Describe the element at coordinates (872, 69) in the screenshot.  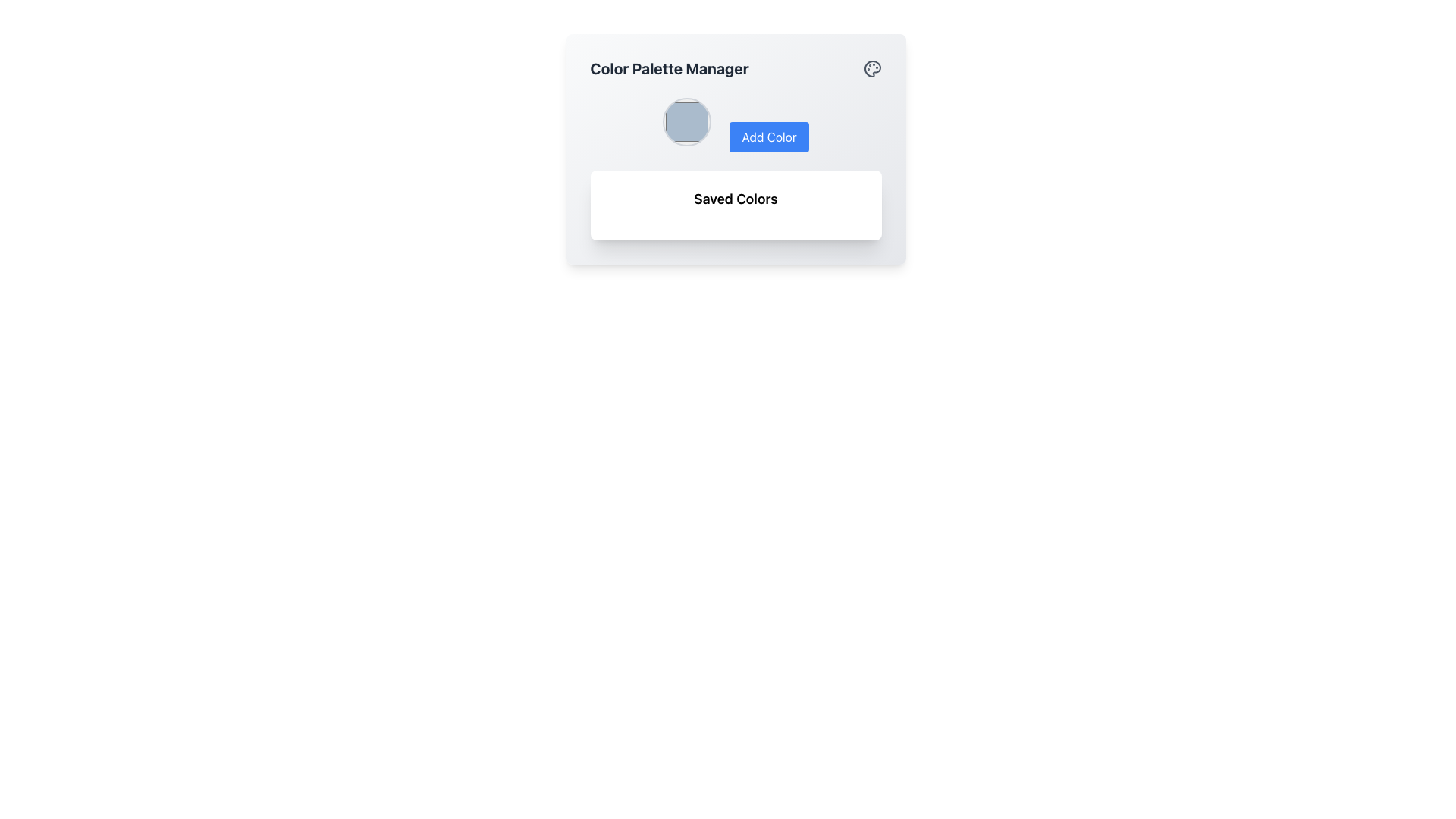
I see `the graphical icon representing the paint palette feature located at the upper-right corner of the graphical panel, adjacent to the 'Color Palette Manager' heading` at that location.